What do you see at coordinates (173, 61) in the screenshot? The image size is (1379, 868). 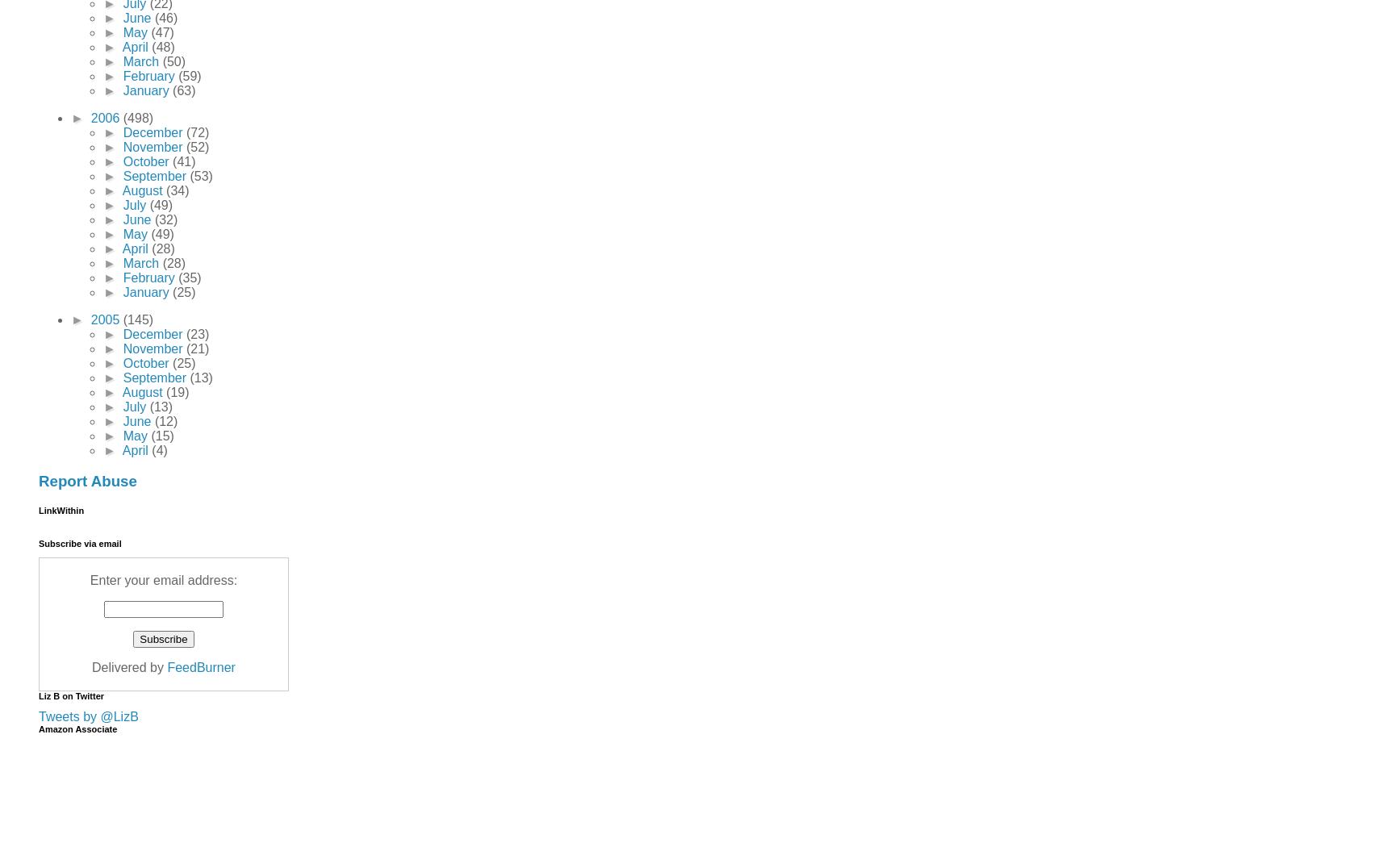 I see `'(50)'` at bounding box center [173, 61].